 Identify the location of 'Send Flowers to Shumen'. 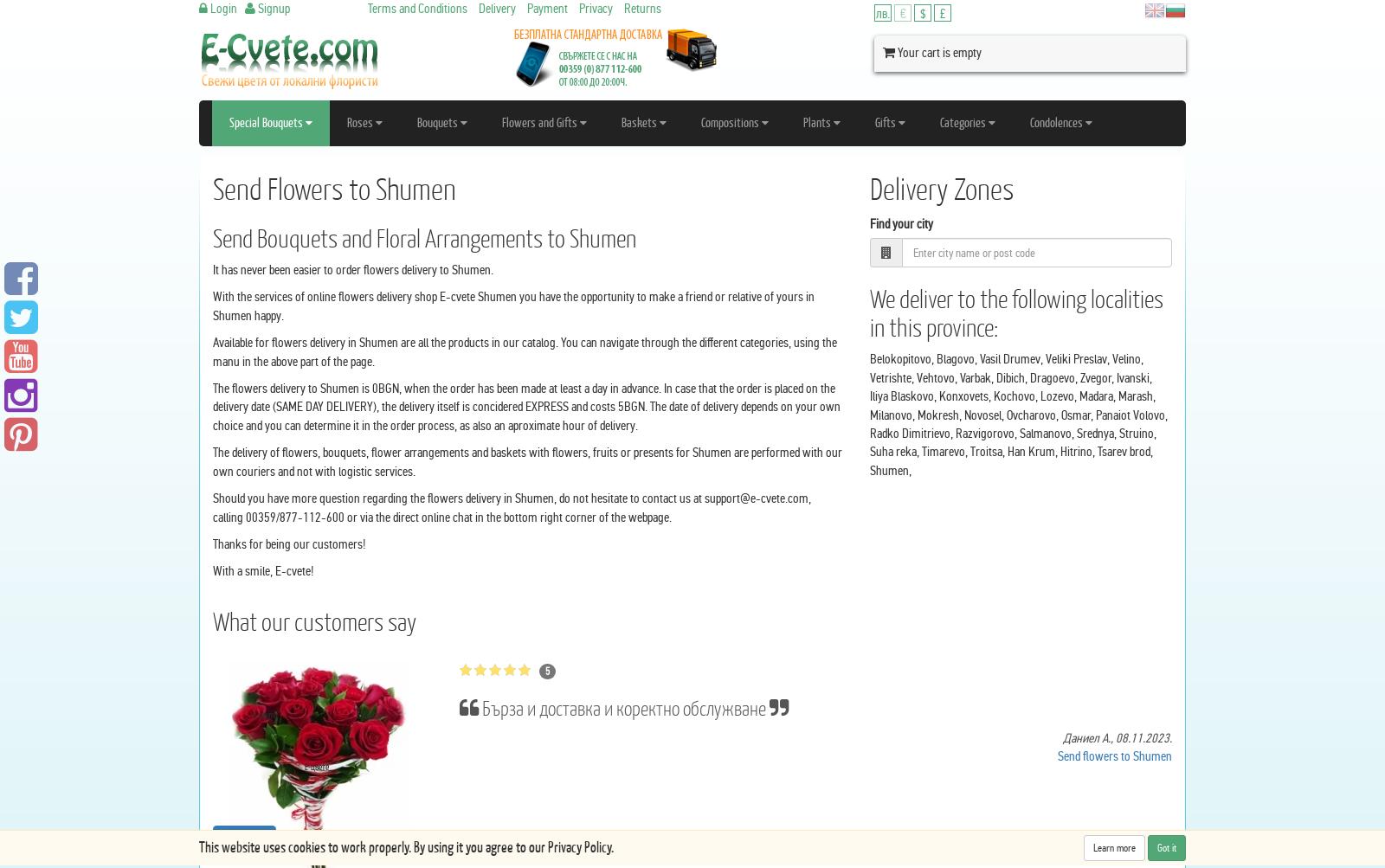
(334, 189).